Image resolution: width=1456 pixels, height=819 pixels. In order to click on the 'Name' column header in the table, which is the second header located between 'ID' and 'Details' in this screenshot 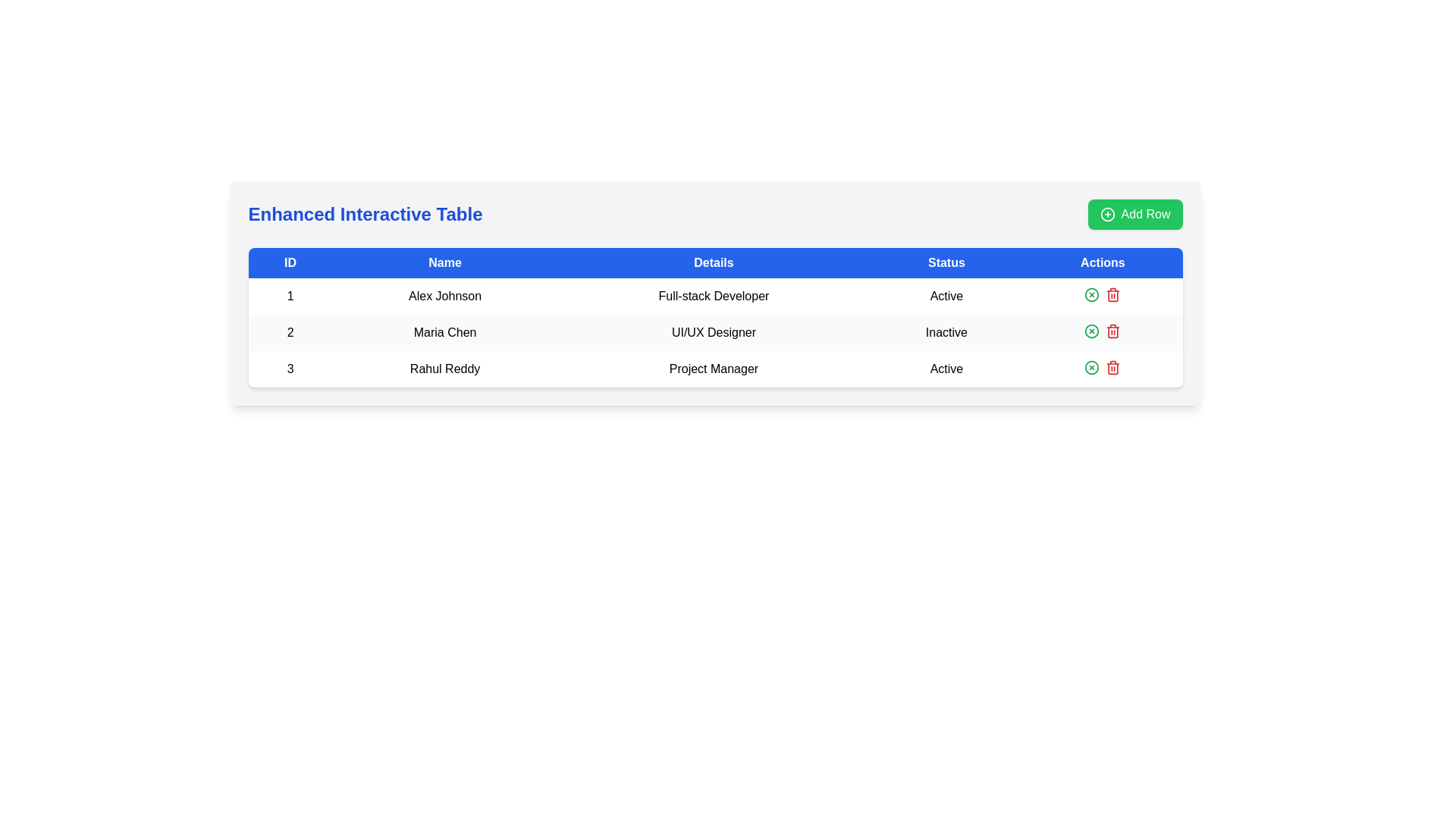, I will do `click(444, 262)`.